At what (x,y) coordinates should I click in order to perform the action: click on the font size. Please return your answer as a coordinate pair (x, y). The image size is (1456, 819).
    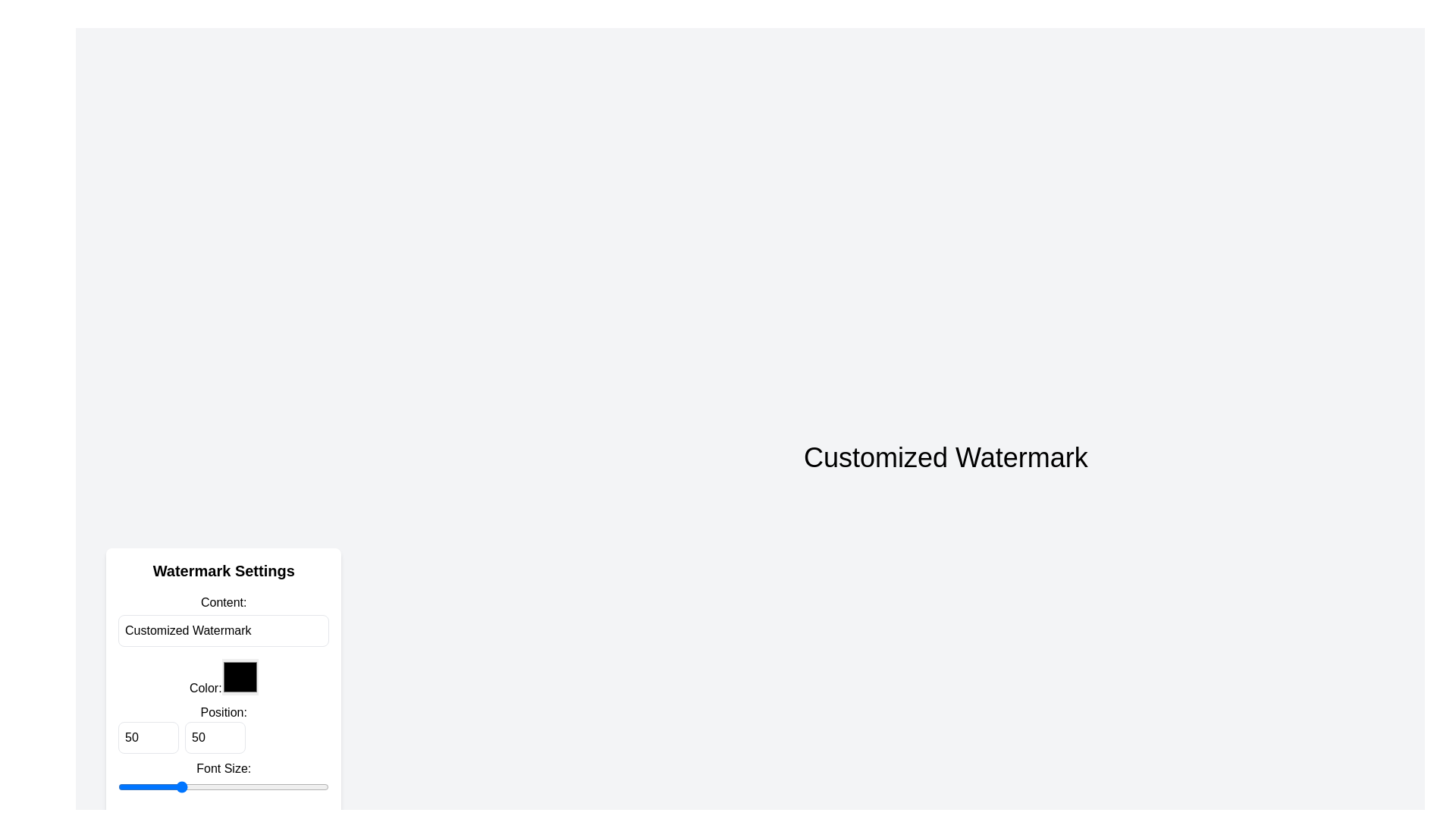
    Looking at the image, I should click on (185, 786).